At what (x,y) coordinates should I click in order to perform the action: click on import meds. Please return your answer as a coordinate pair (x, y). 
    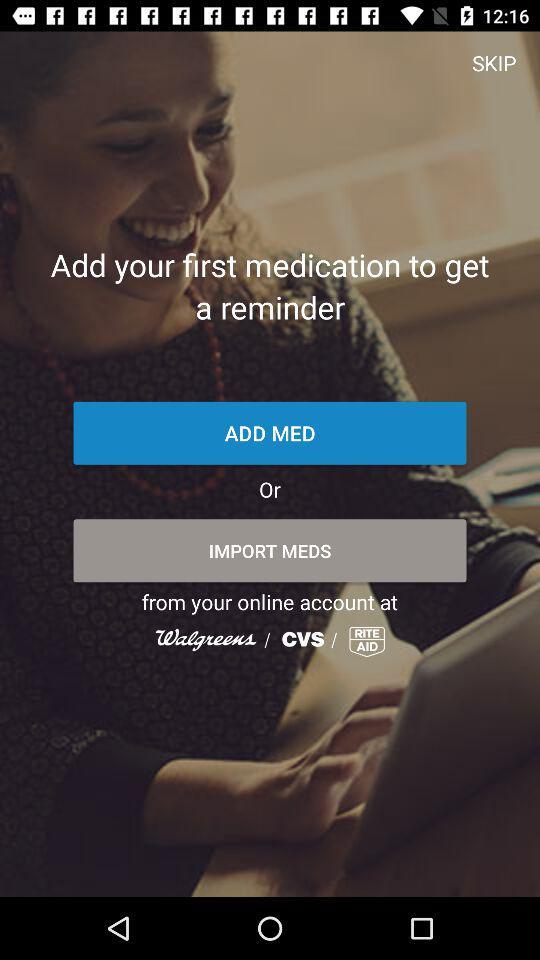
    Looking at the image, I should click on (270, 550).